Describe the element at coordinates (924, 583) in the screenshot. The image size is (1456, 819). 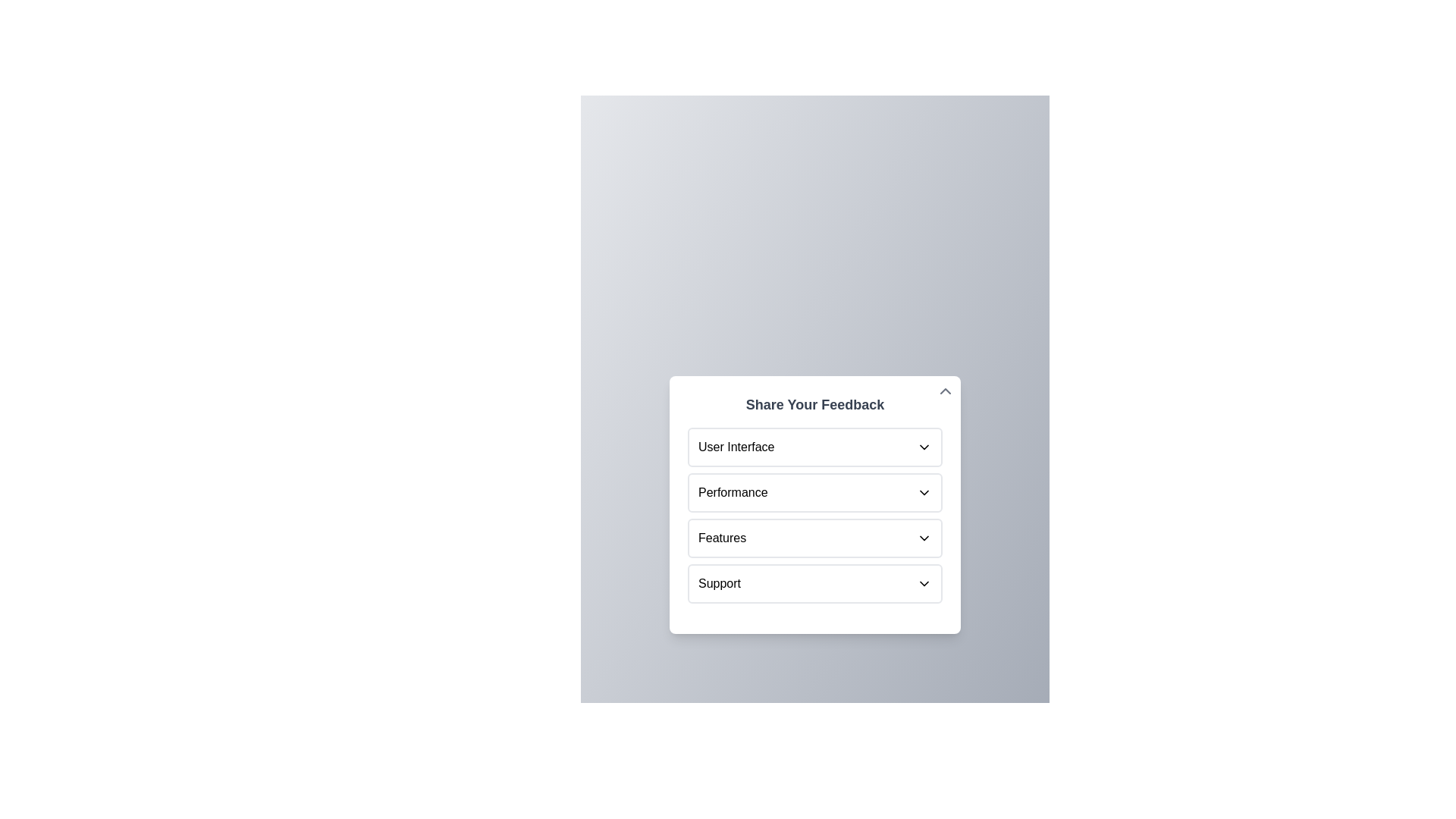
I see `the icon positioned at the right-hand side of the 'Support' label` at that location.